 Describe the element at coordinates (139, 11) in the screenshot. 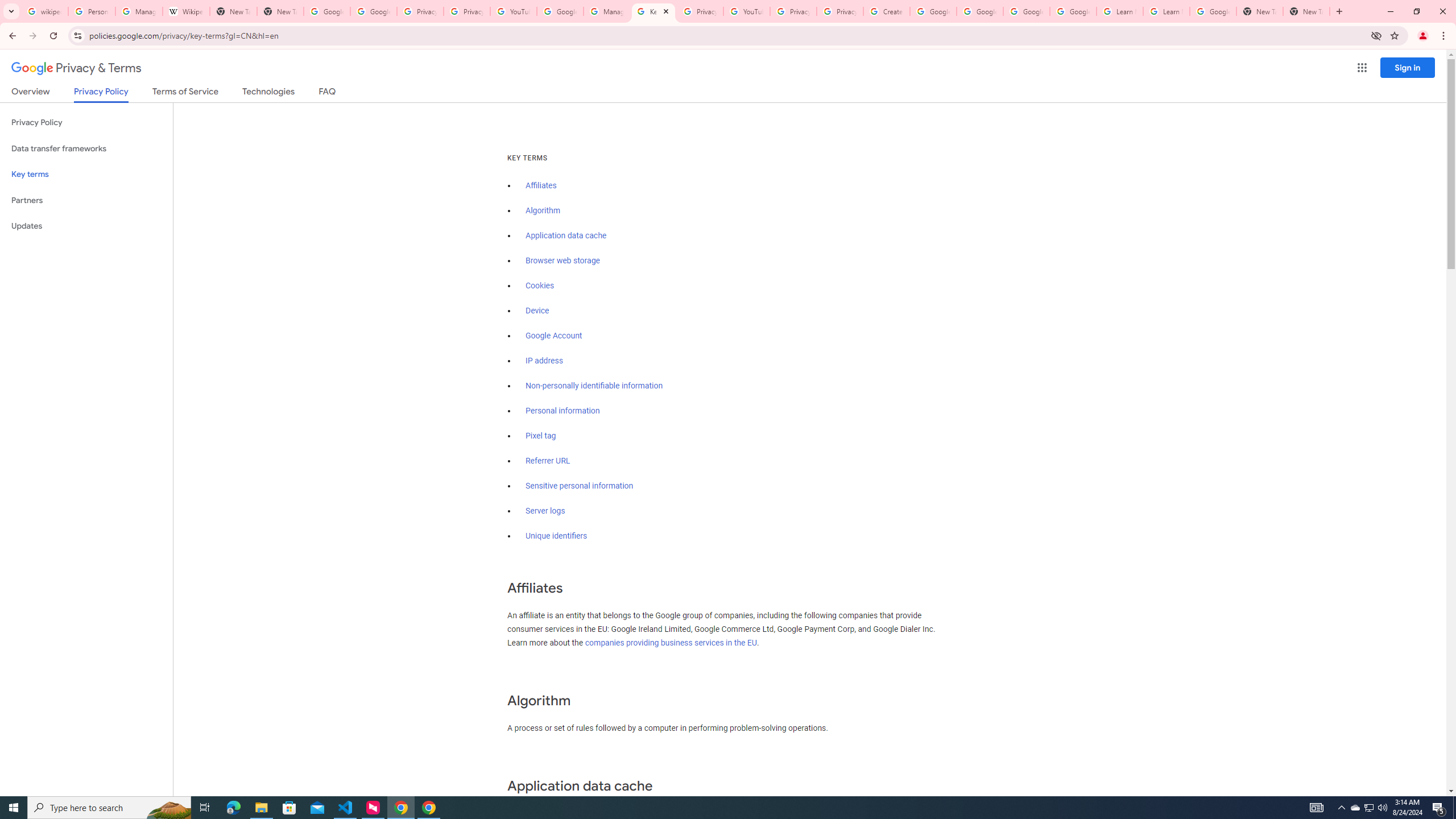

I see `'Manage your Location History - Google Search Help'` at that location.